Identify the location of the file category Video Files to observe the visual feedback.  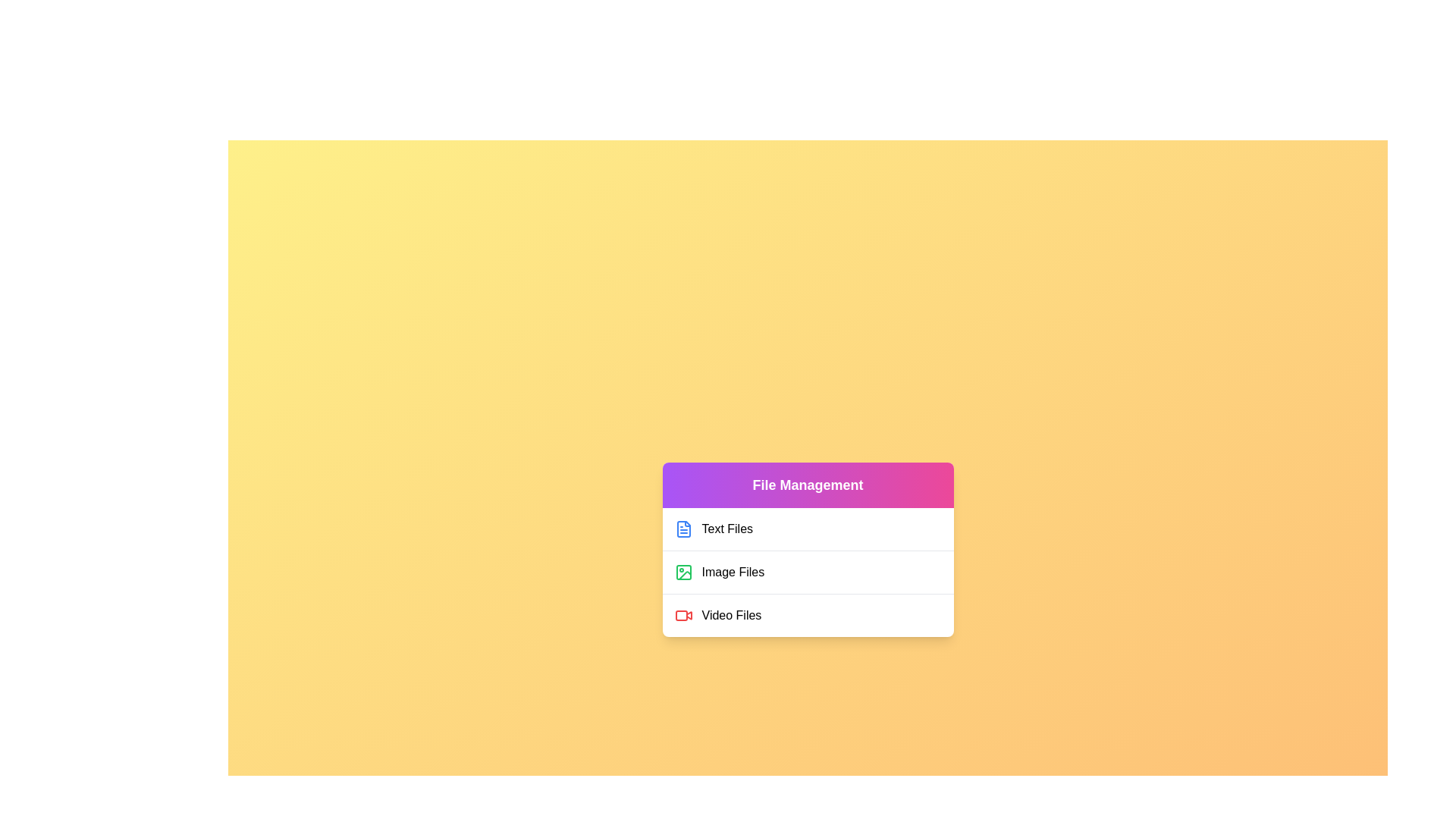
(807, 615).